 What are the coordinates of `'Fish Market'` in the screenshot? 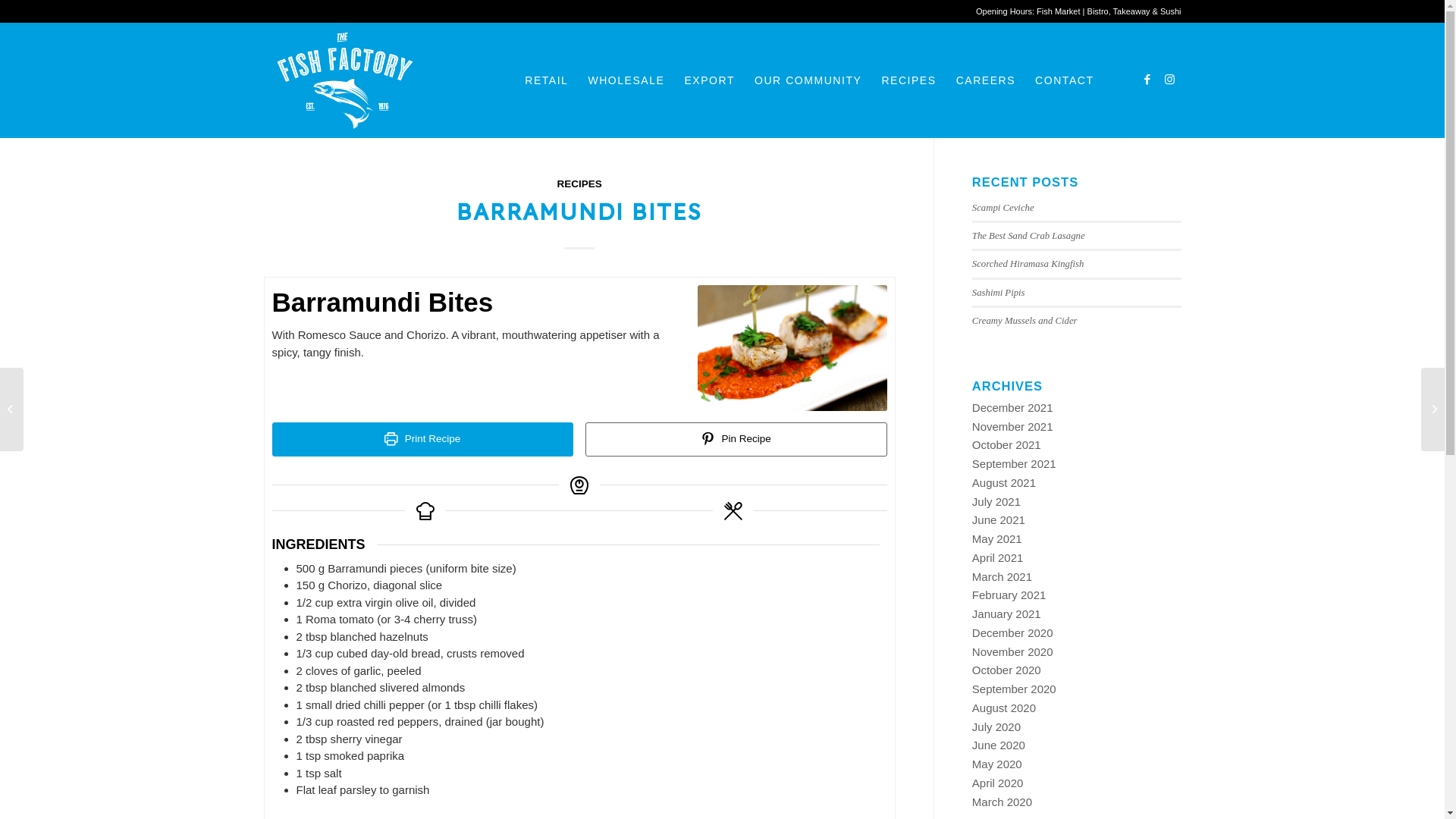 It's located at (1057, 11).